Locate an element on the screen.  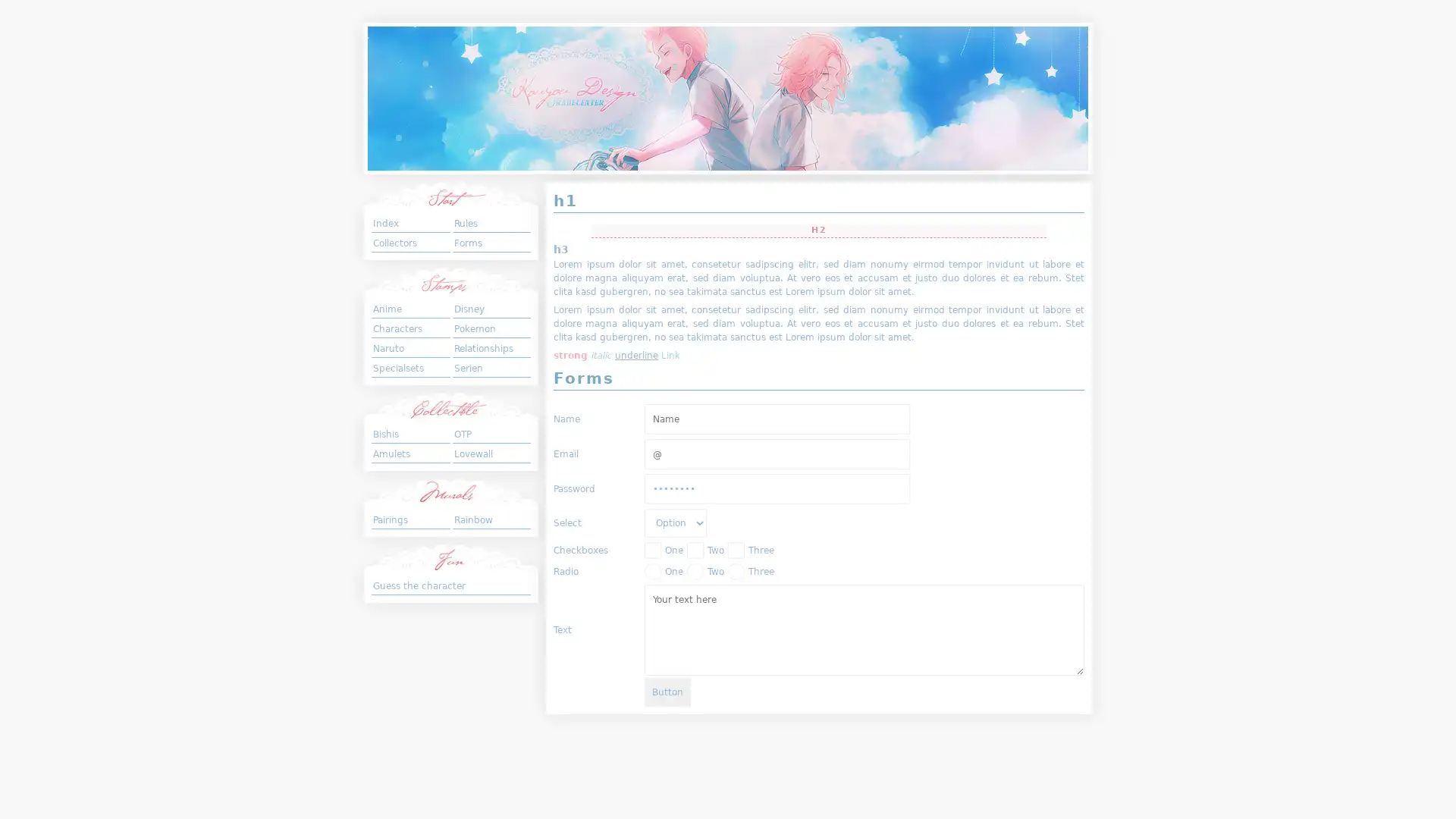
Button is located at coordinates (667, 691).